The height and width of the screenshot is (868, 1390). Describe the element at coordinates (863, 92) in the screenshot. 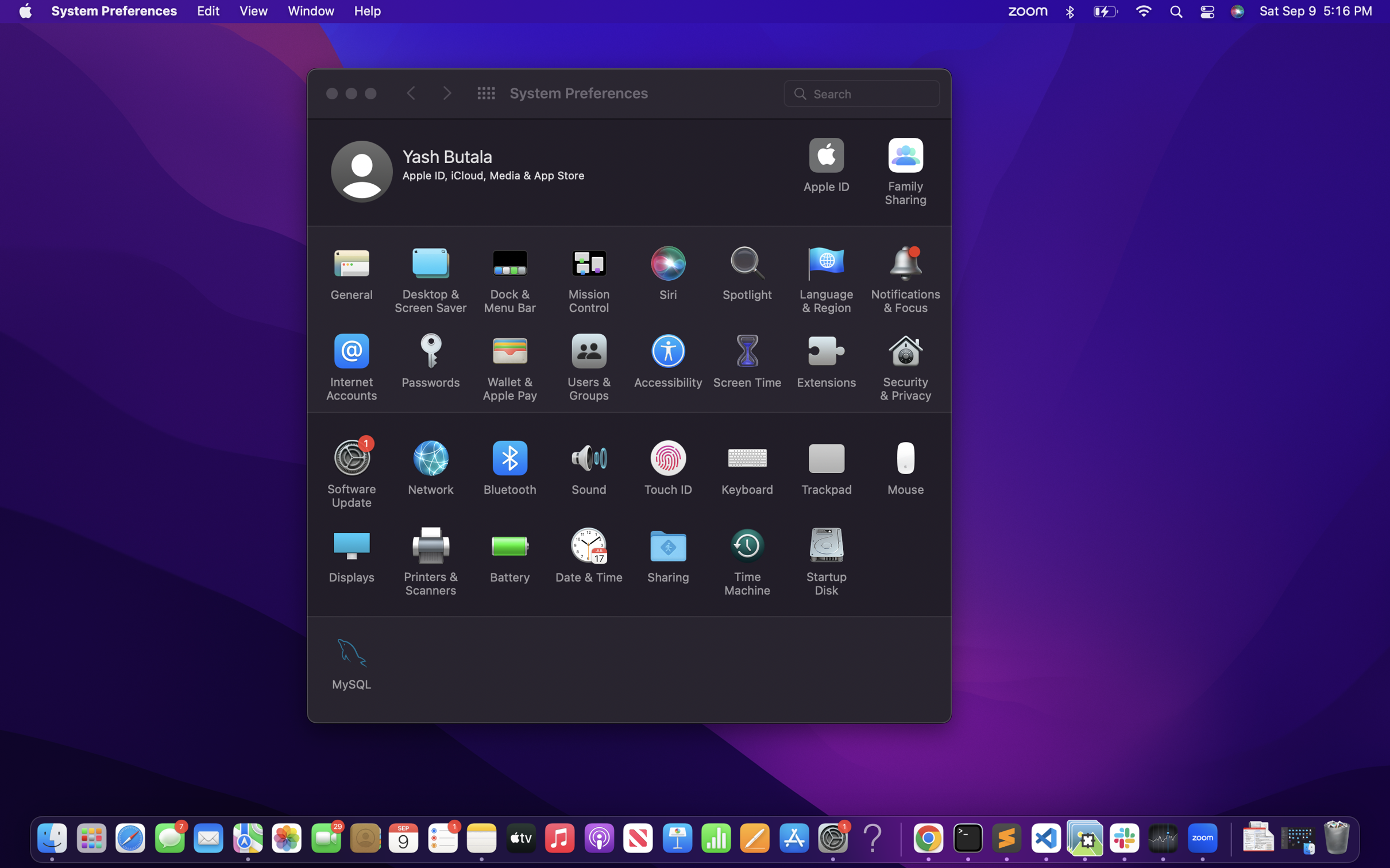

I see `Search for keyboard setting in search bar` at that location.